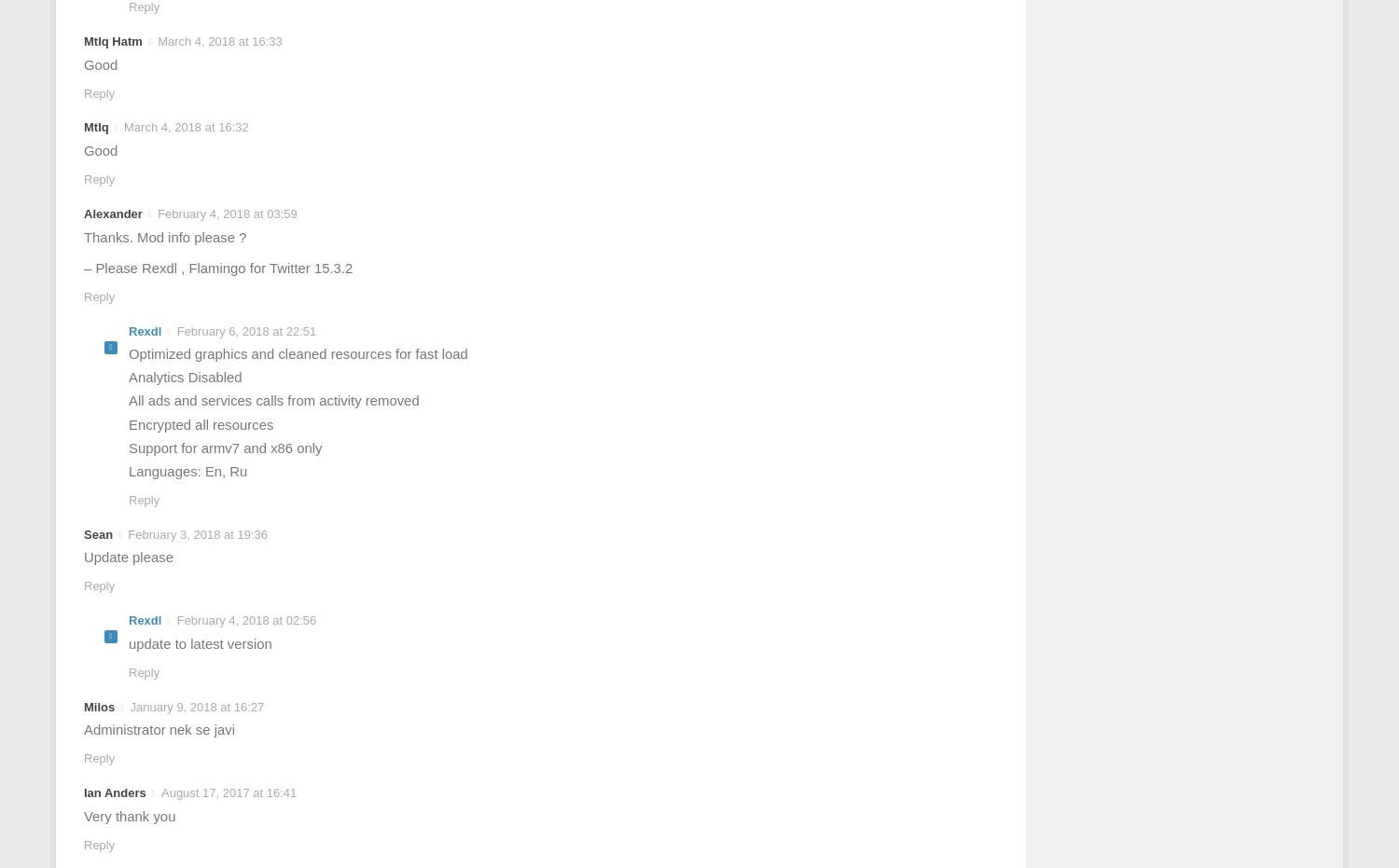 The image size is (1399, 868). What do you see at coordinates (159, 729) in the screenshot?
I see `'Administrator nek se javi'` at bounding box center [159, 729].